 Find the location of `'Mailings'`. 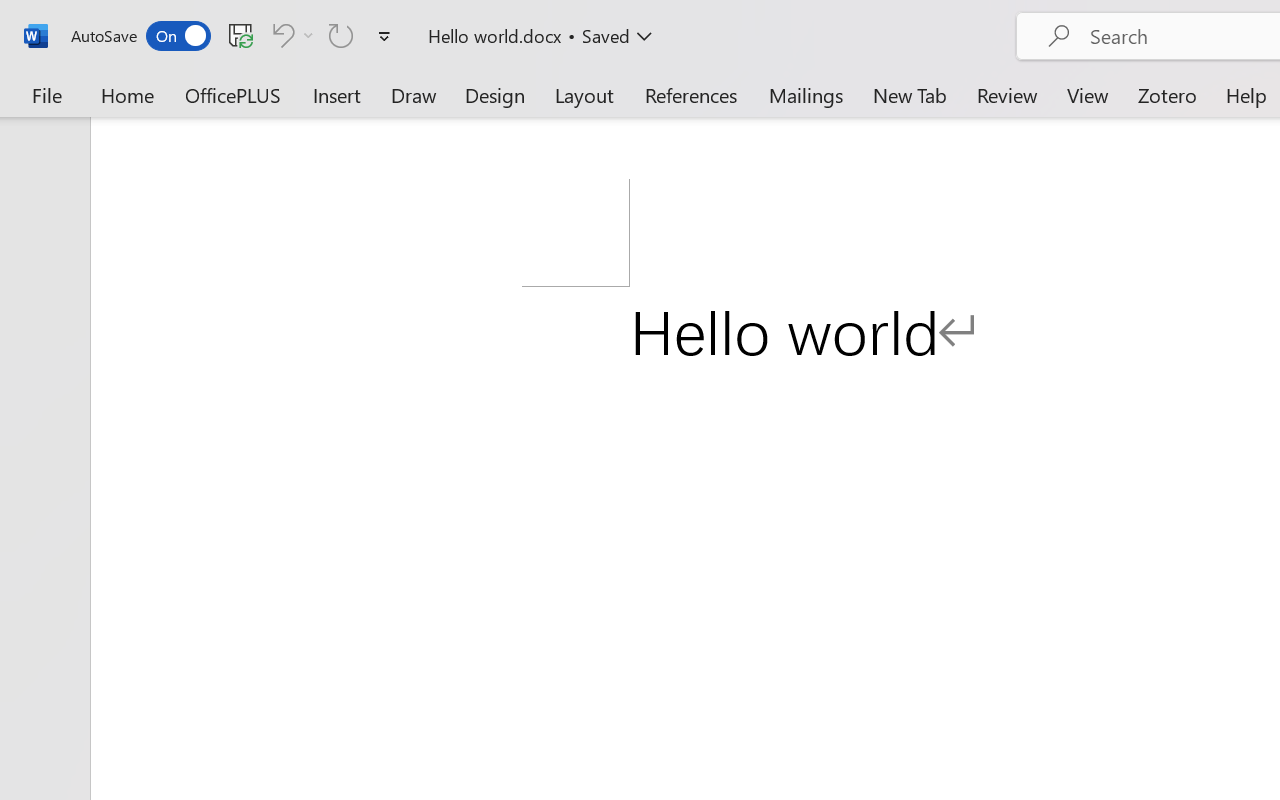

'Mailings' is located at coordinates (806, 94).